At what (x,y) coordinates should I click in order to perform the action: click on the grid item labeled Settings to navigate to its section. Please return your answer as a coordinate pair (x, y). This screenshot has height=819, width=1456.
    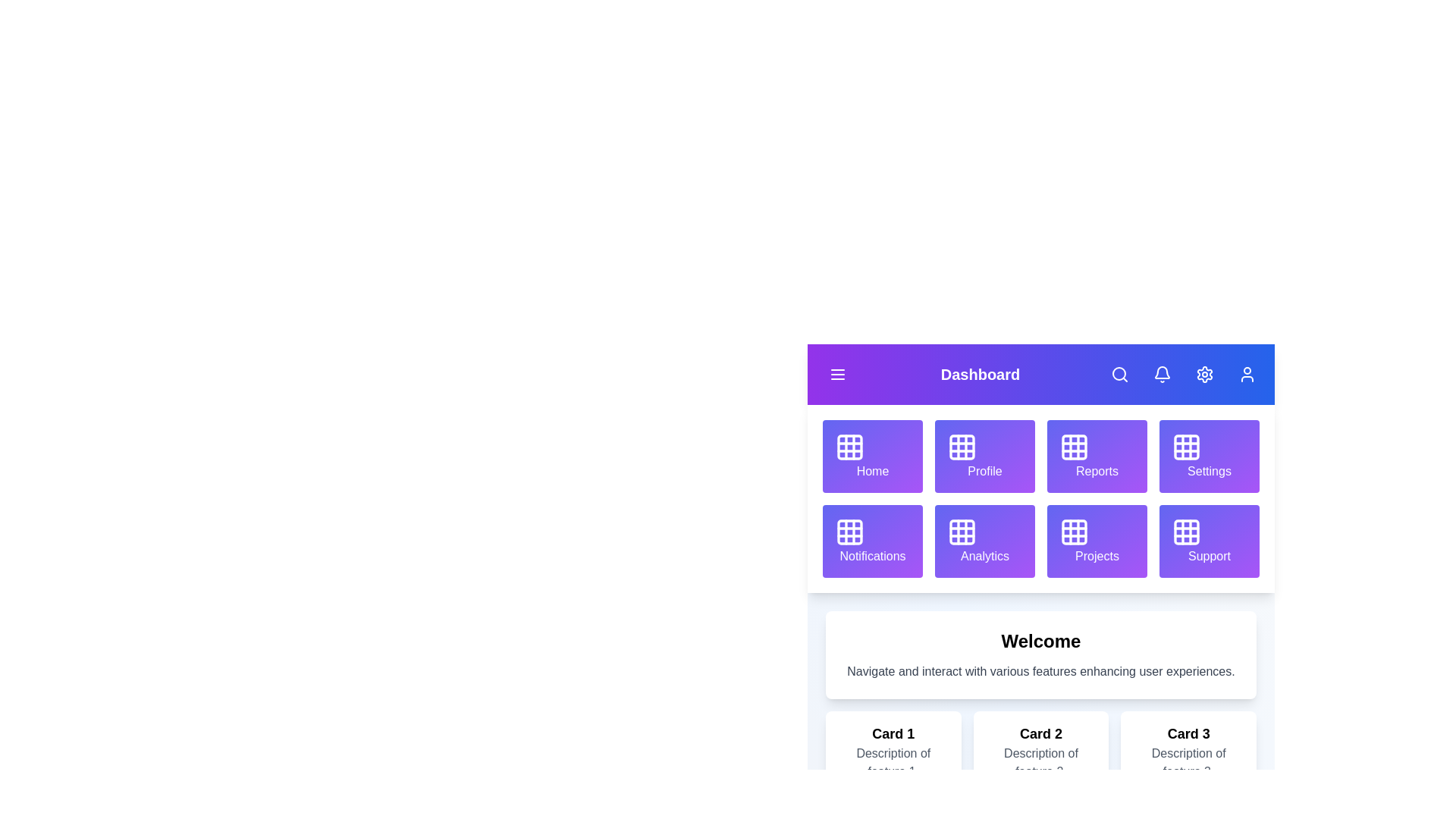
    Looking at the image, I should click on (1208, 455).